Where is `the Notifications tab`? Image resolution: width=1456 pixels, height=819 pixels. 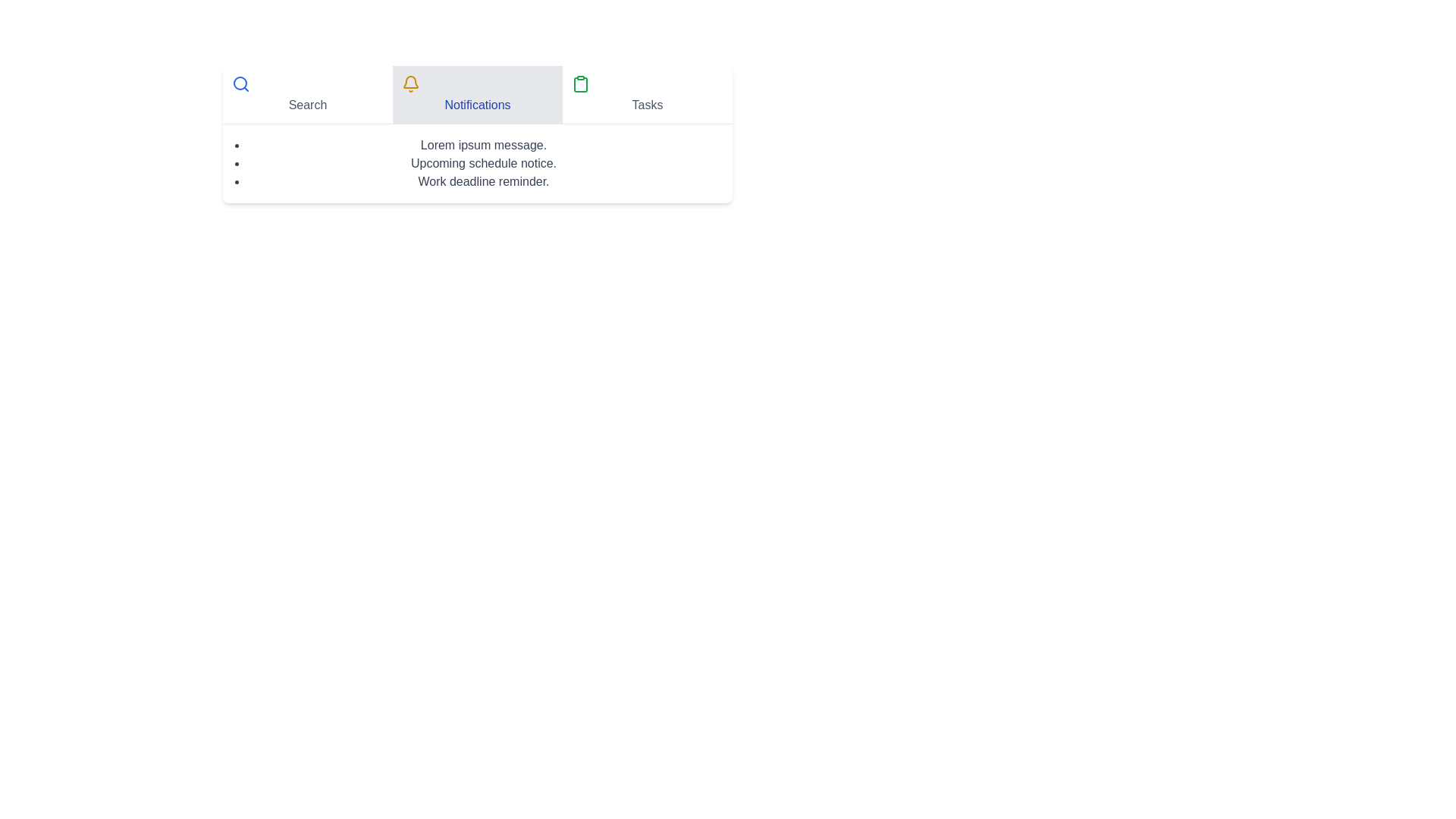 the Notifications tab is located at coordinates (476, 94).